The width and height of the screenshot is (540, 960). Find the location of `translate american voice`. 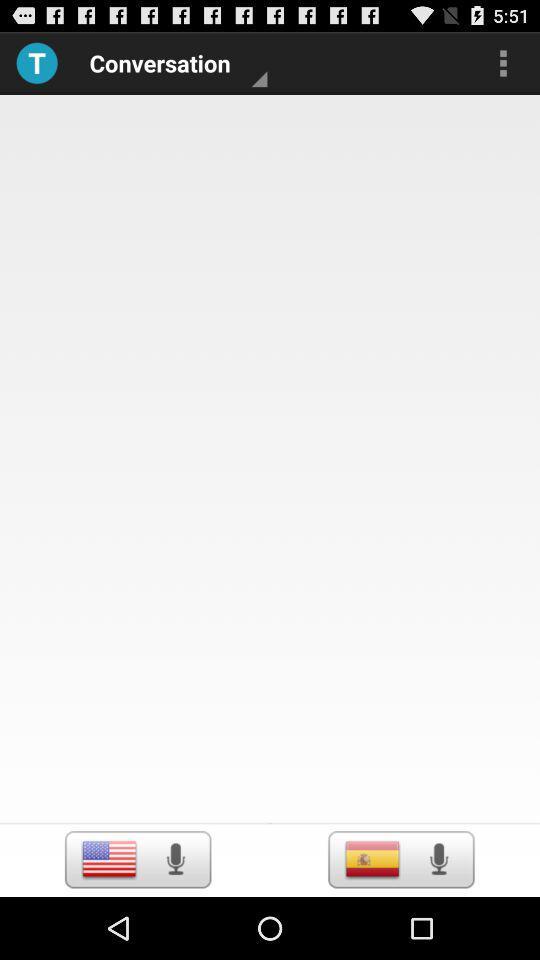

translate american voice is located at coordinates (175, 858).